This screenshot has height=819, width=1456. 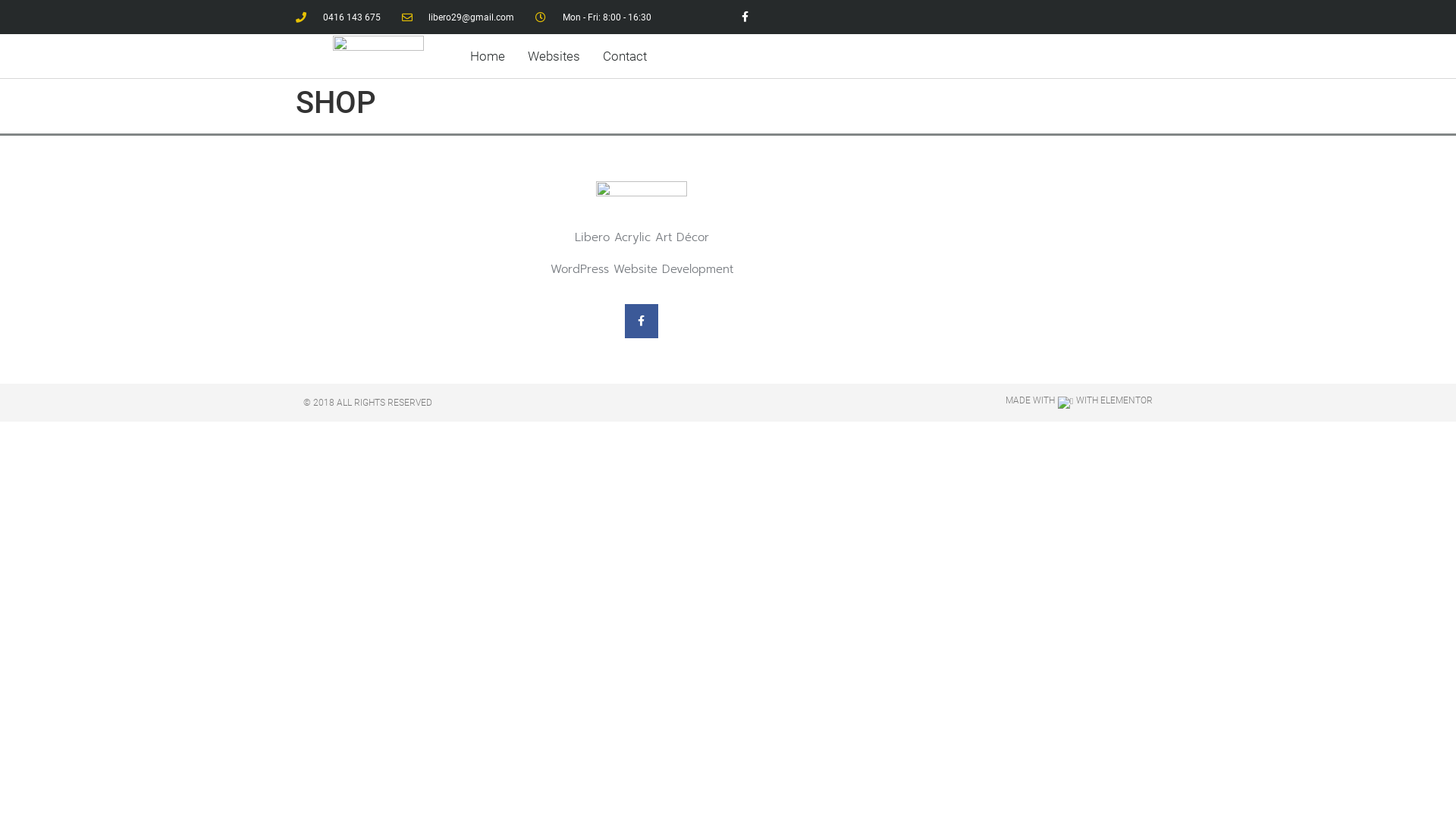 What do you see at coordinates (488, 55) in the screenshot?
I see `'Home'` at bounding box center [488, 55].